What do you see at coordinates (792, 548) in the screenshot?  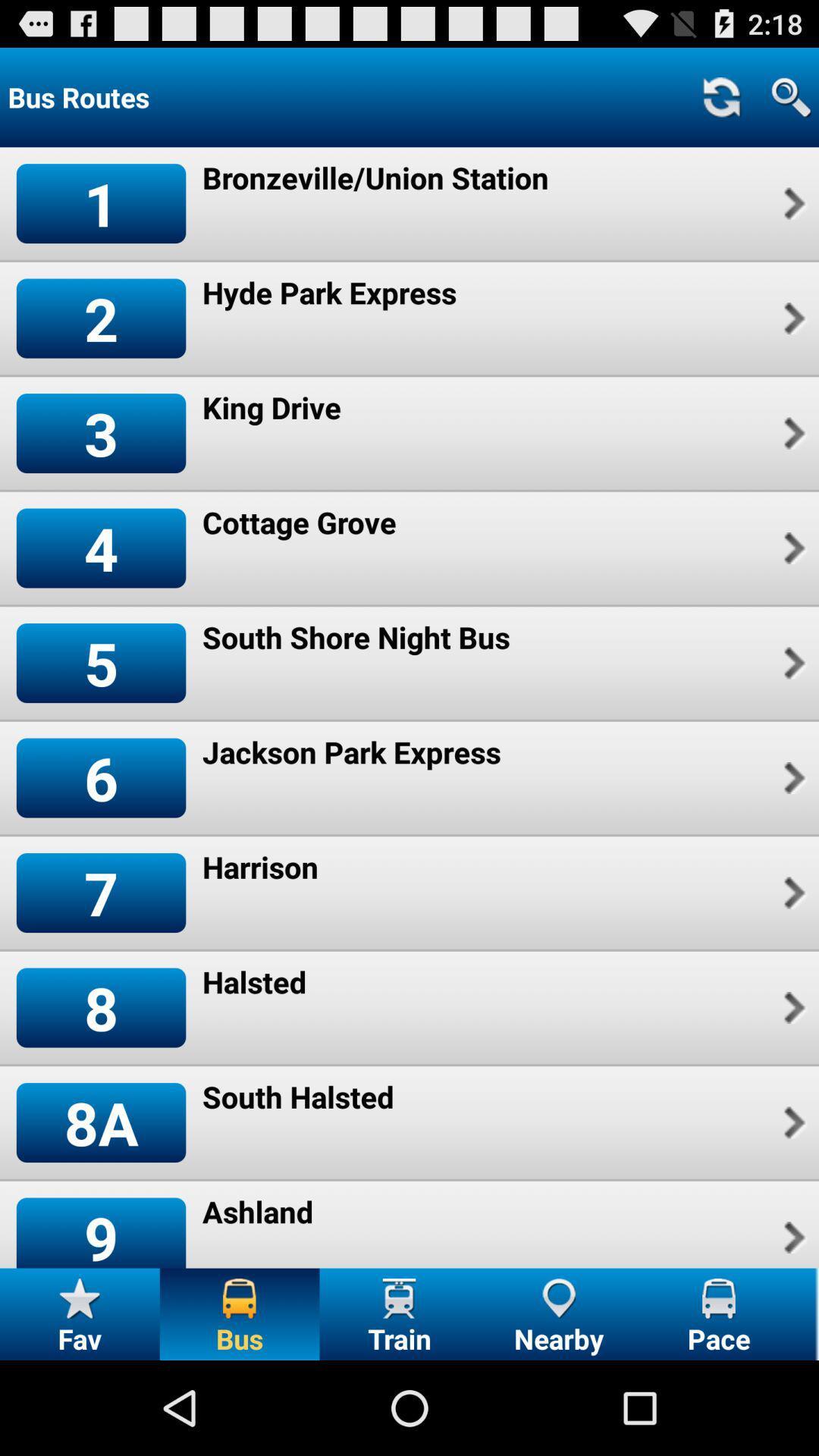 I see `item next to the cottage grove icon` at bounding box center [792, 548].